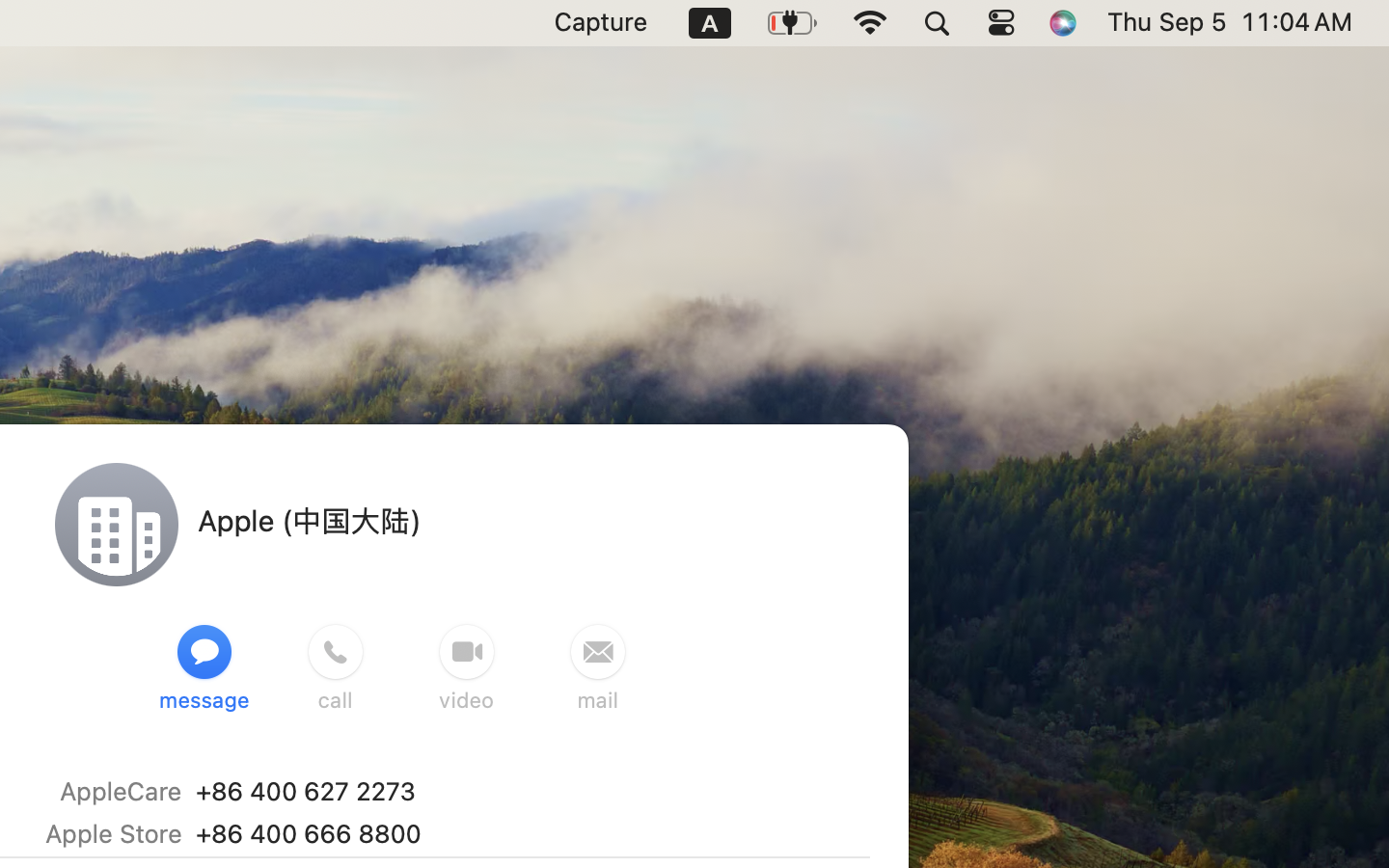 Image resolution: width=1389 pixels, height=868 pixels. What do you see at coordinates (113, 833) in the screenshot?
I see `'Apple Store'` at bounding box center [113, 833].